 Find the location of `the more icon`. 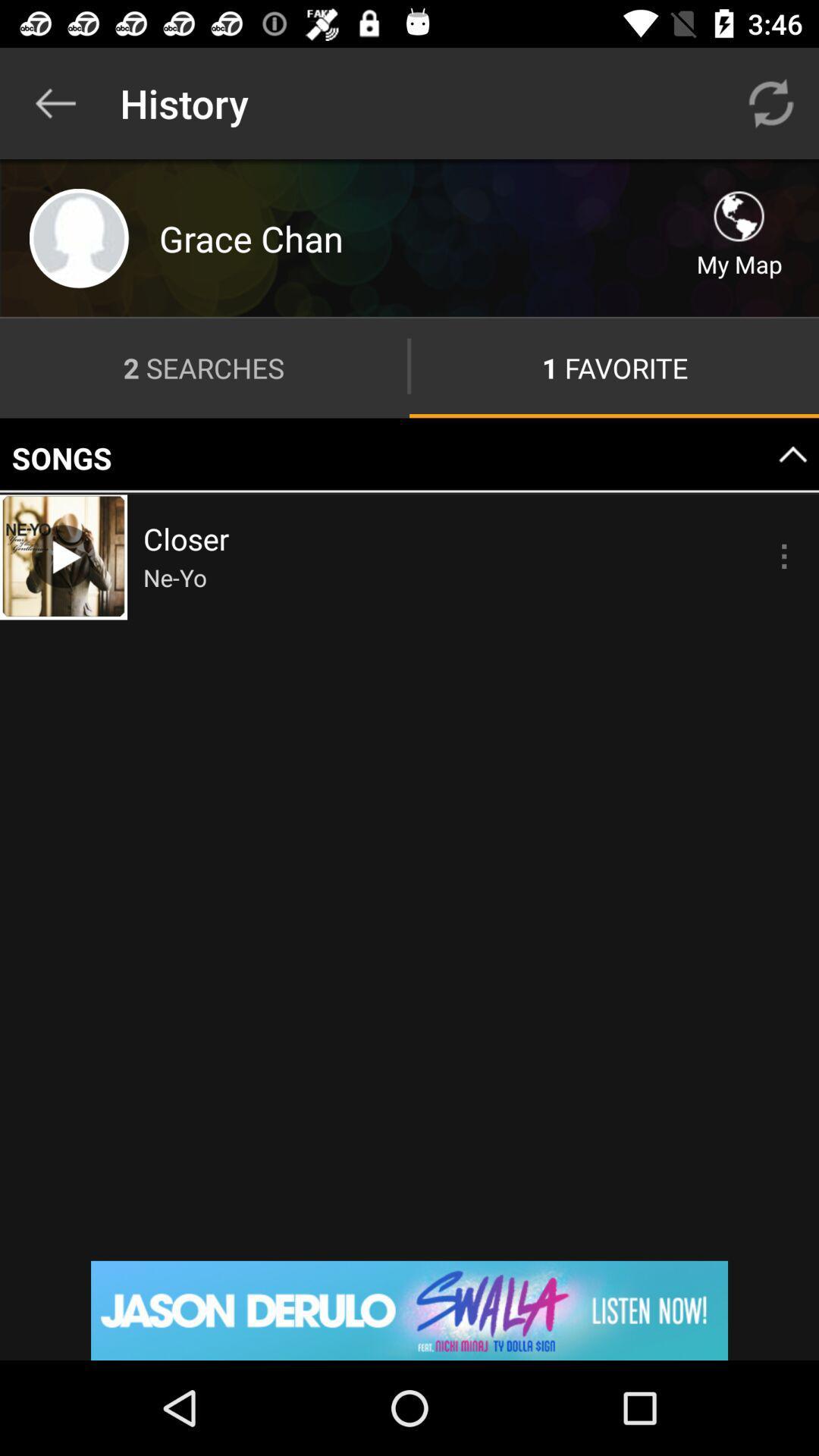

the more icon is located at coordinates (783, 555).